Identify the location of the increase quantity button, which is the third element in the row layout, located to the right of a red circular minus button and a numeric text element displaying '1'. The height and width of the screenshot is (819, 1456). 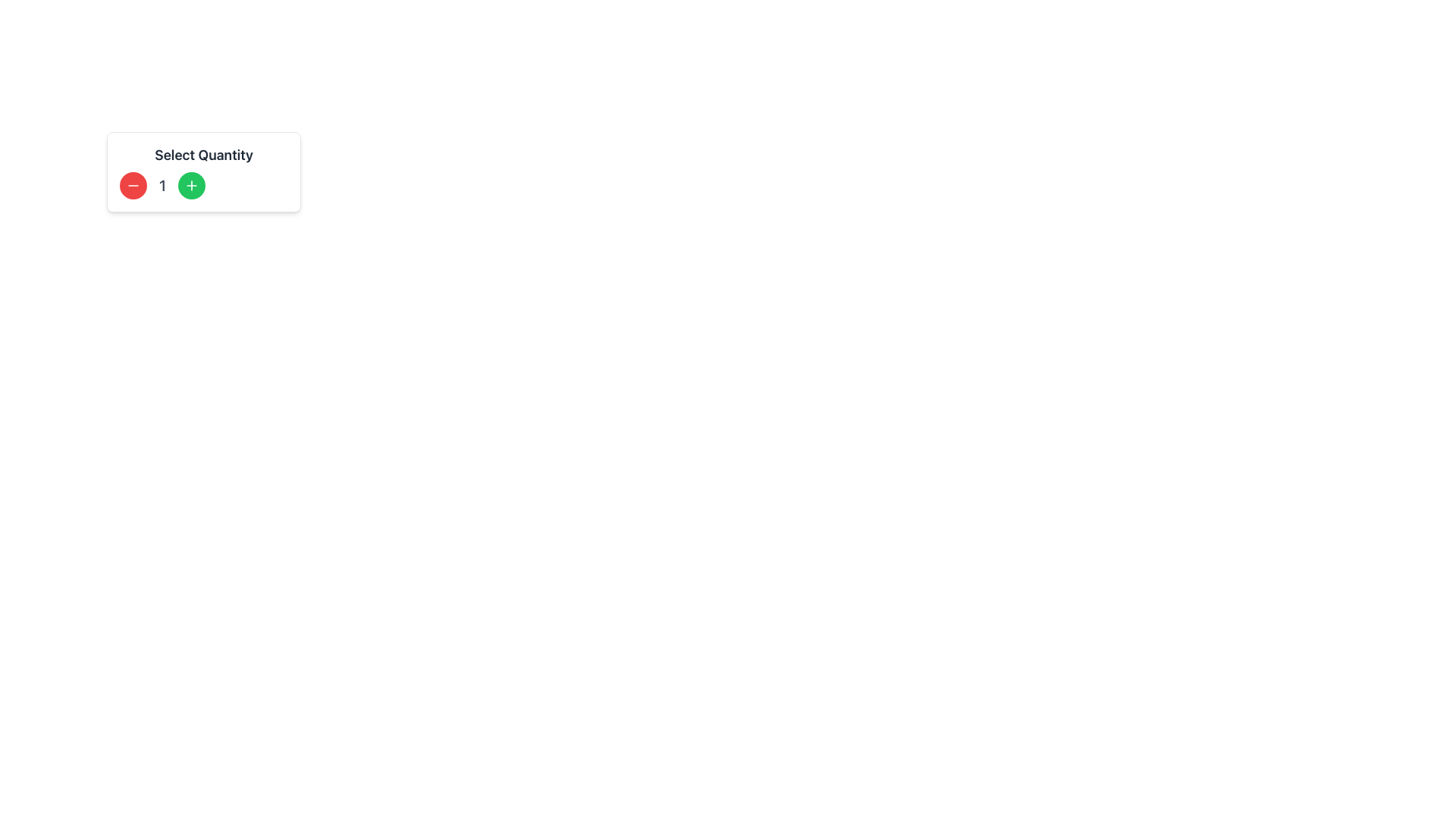
(191, 185).